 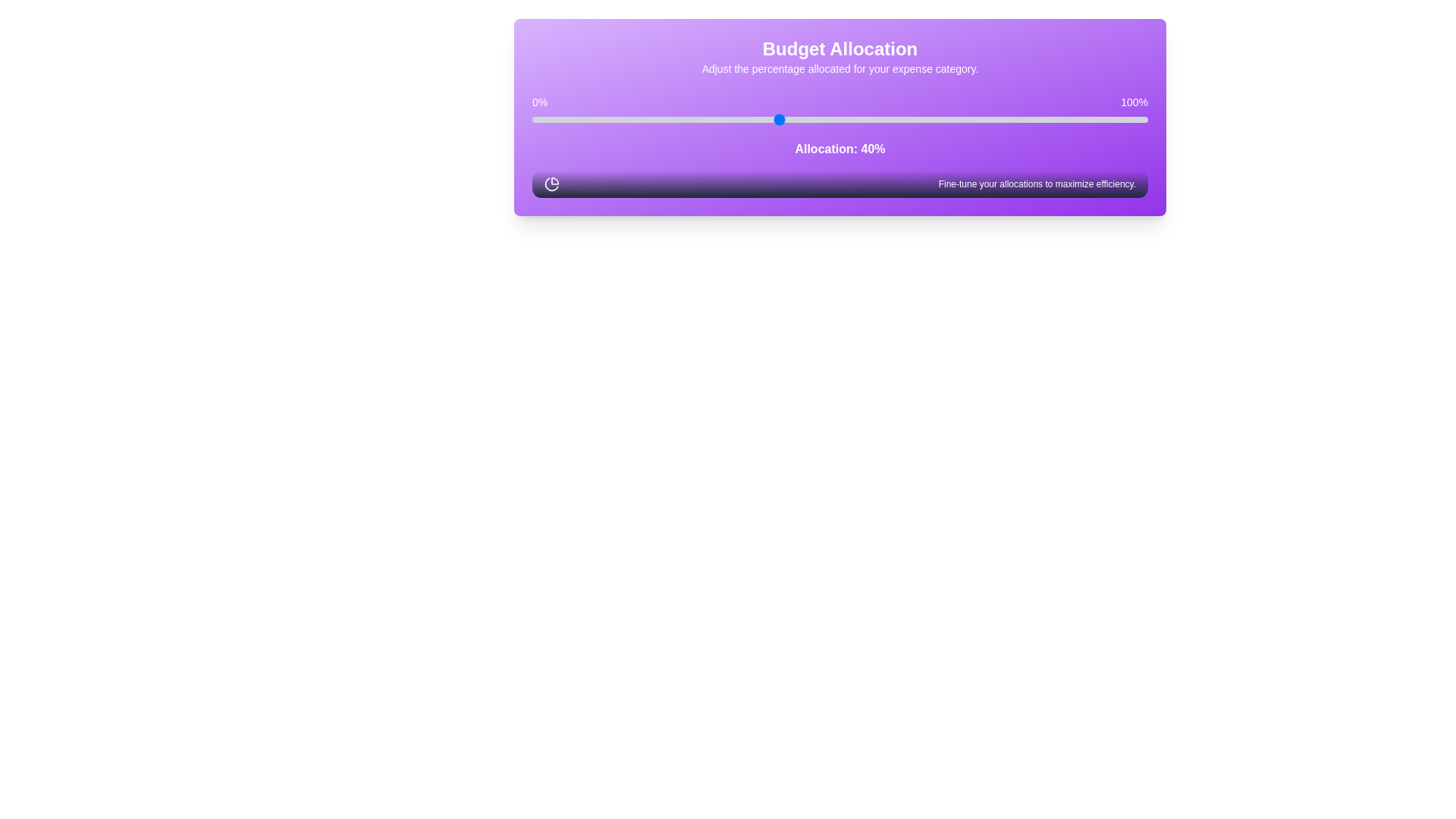 I want to click on the informational component that provides a summary about optimizing allocations, located at the bottom of the purple-themed 'Budget Allocation' card, so click(x=839, y=184).